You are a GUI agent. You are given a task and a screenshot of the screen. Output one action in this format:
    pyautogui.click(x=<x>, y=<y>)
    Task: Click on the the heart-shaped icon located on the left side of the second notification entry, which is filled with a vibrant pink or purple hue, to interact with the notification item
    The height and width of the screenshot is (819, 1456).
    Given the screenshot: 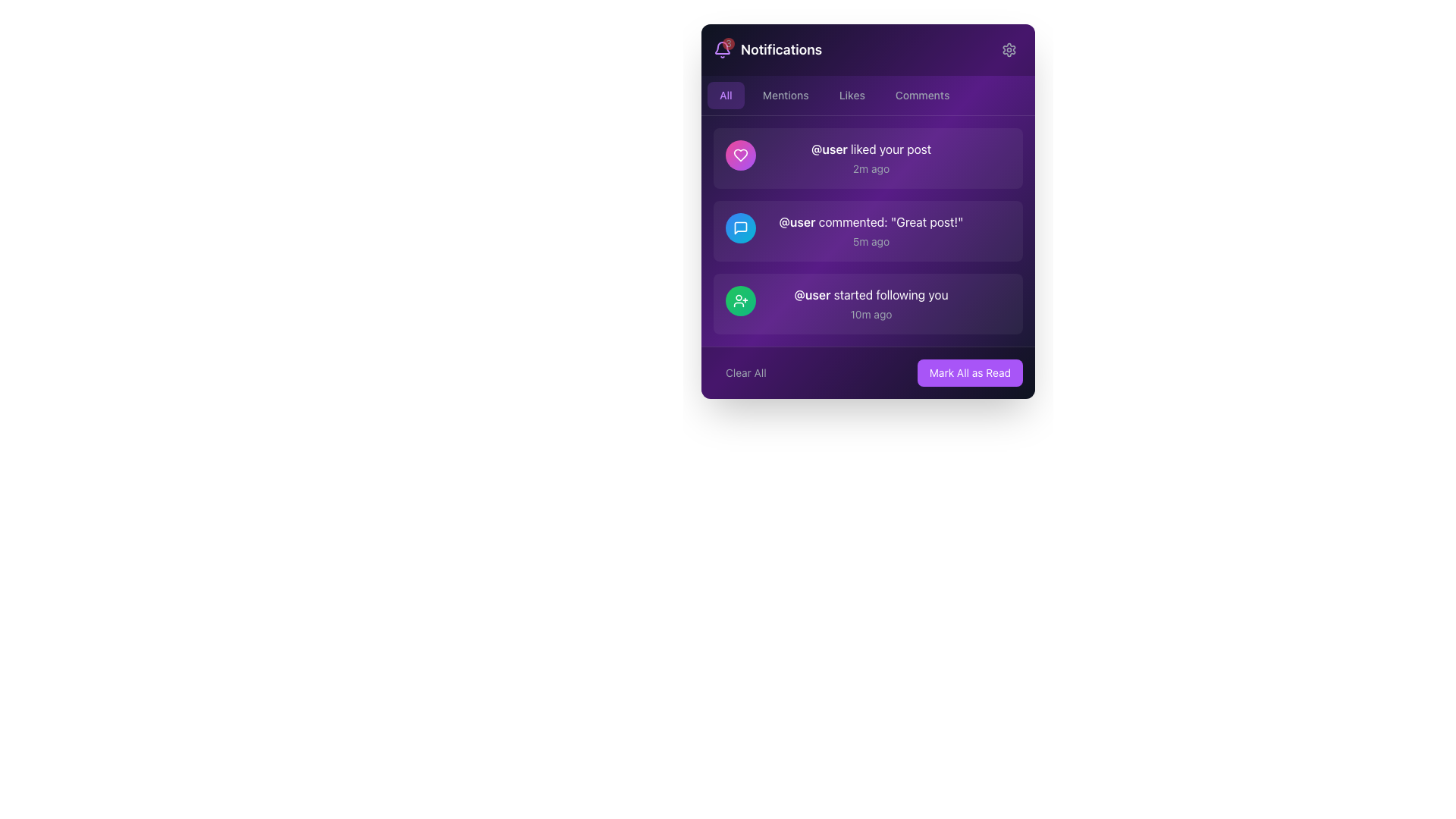 What is the action you would take?
    pyautogui.click(x=741, y=155)
    